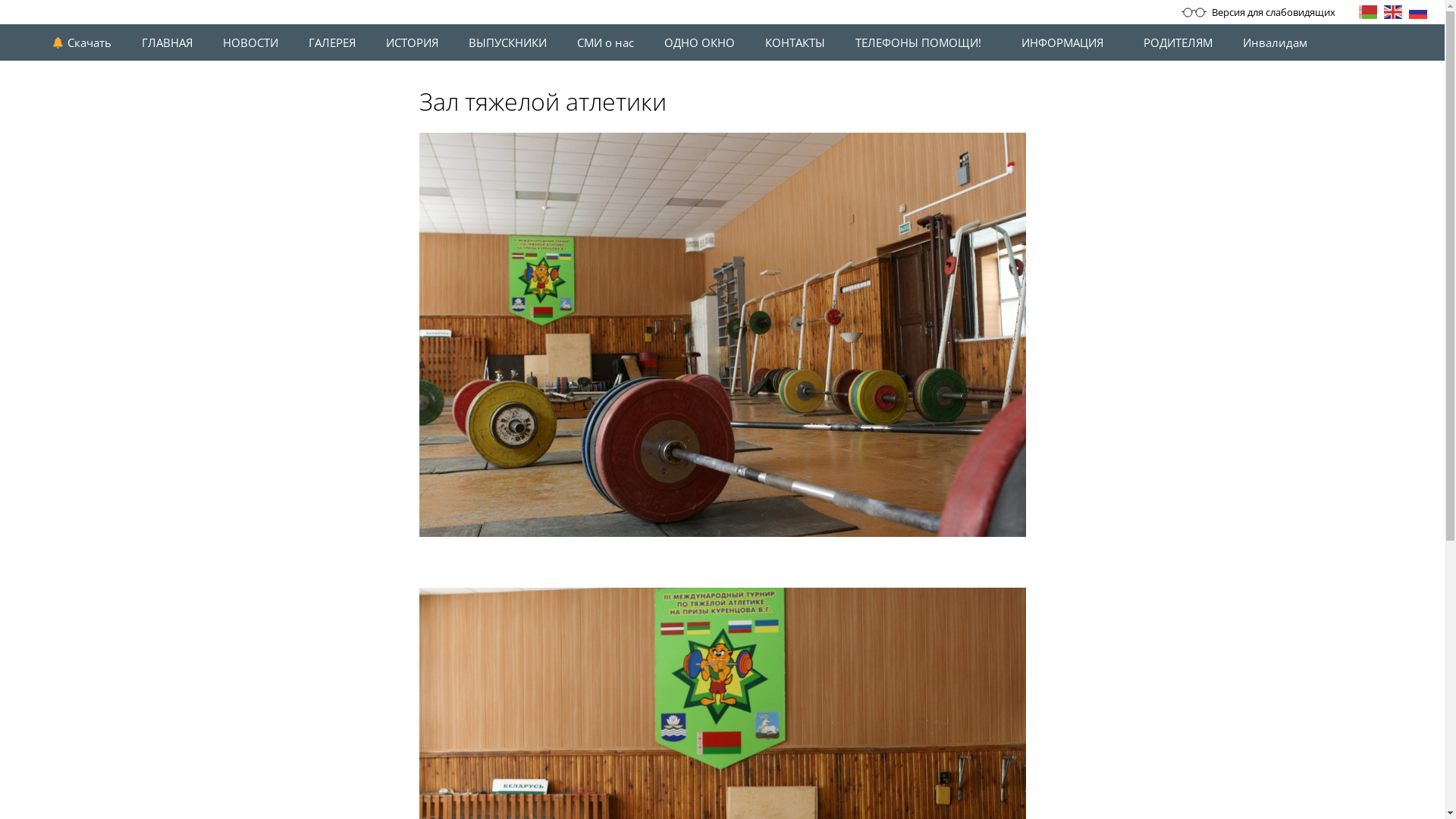 The width and height of the screenshot is (1456, 819). What do you see at coordinates (1394, 11) in the screenshot?
I see `'English'` at bounding box center [1394, 11].